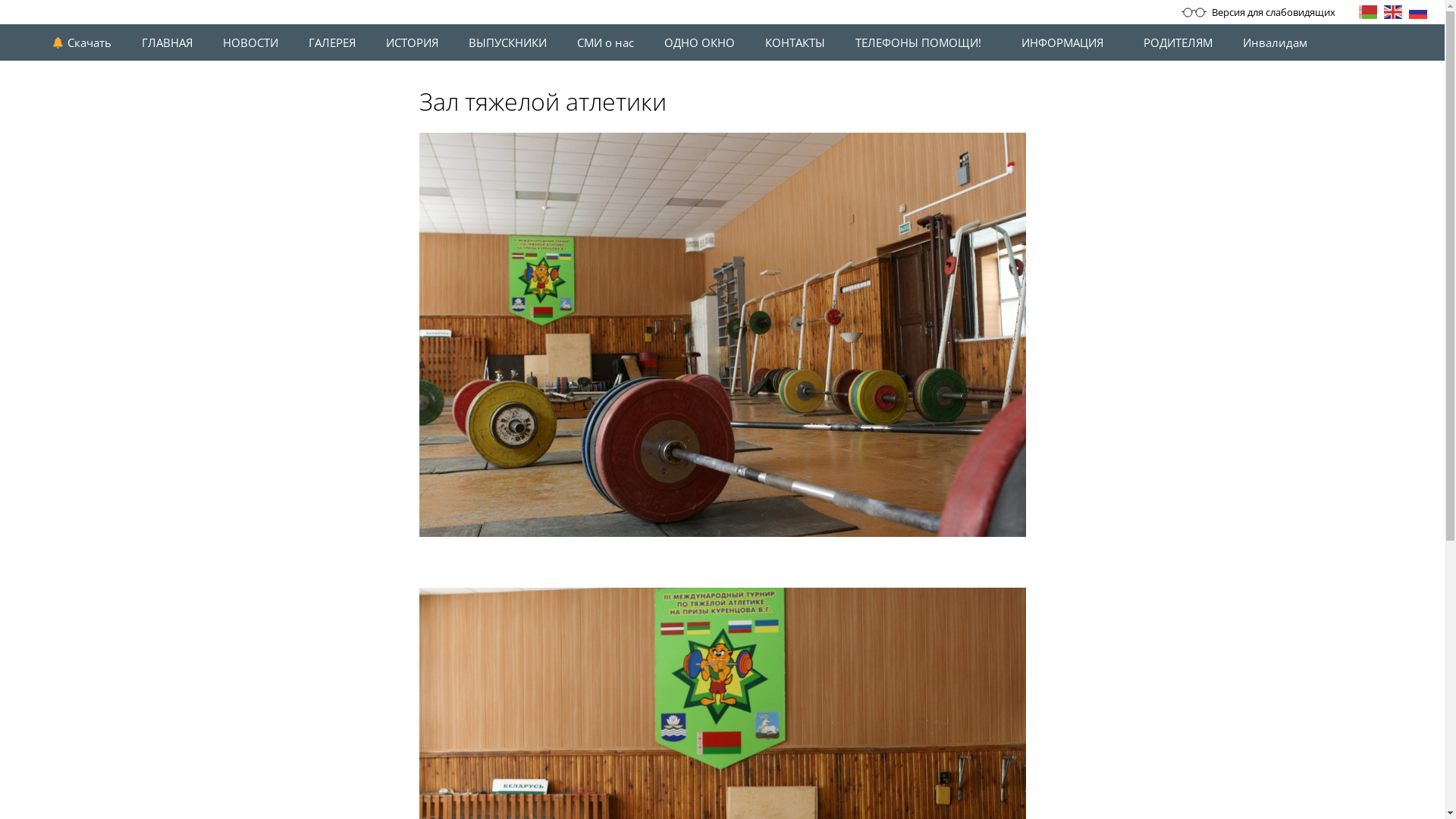 The width and height of the screenshot is (1456, 819). What do you see at coordinates (1394, 11) in the screenshot?
I see `'English'` at bounding box center [1394, 11].